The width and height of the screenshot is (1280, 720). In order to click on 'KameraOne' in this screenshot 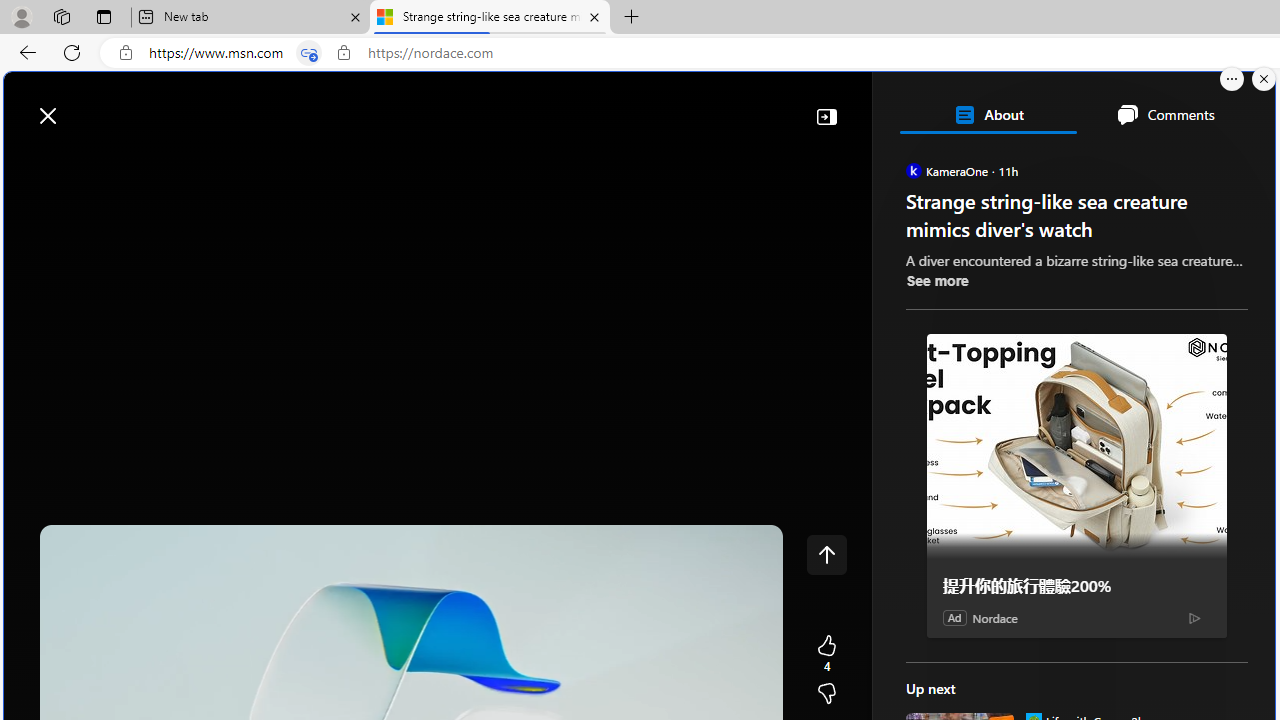, I will do `click(912, 169)`.